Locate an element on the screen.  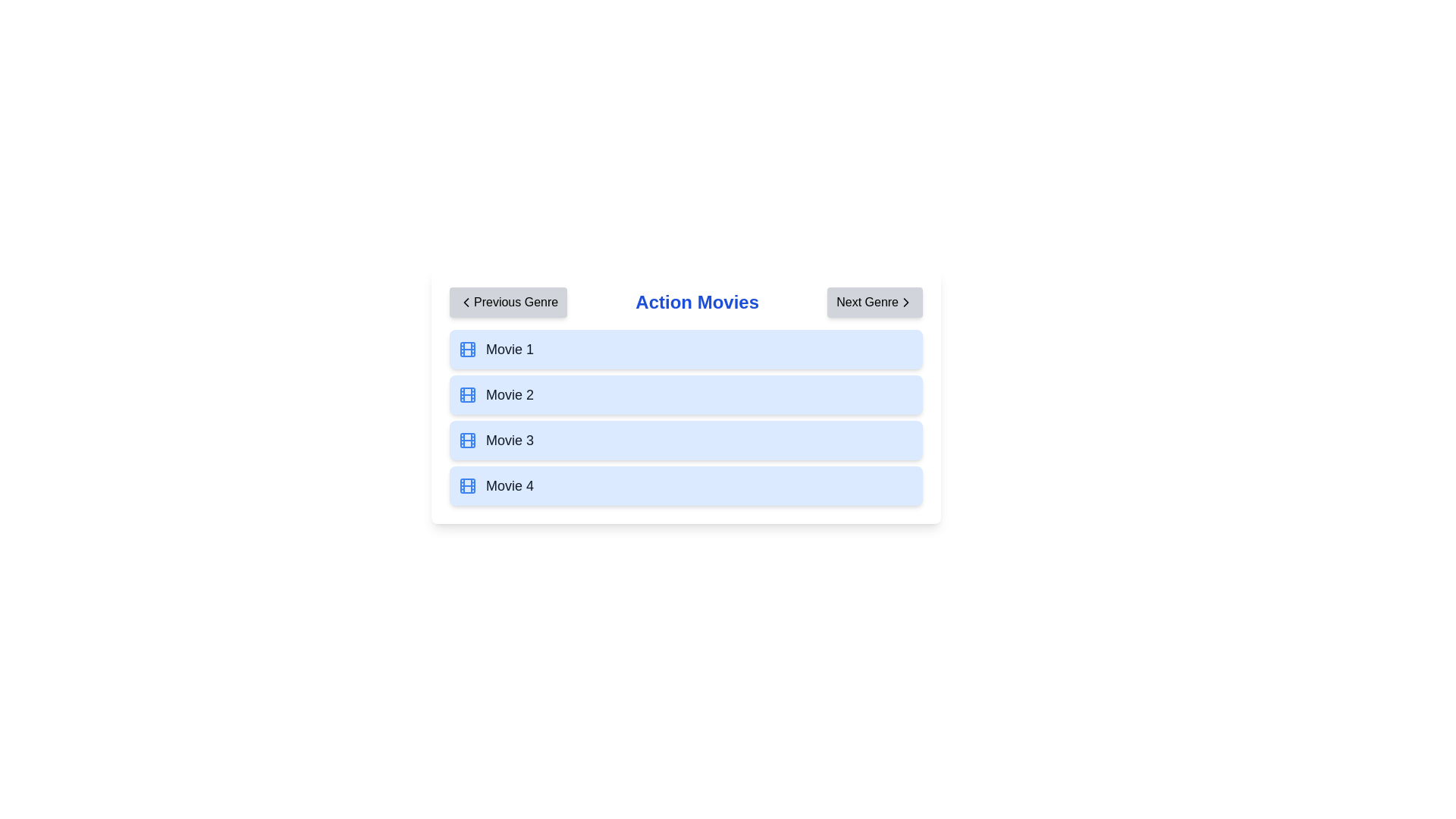
the list item representing the movie titled 'Movie 3' is located at coordinates (686, 441).